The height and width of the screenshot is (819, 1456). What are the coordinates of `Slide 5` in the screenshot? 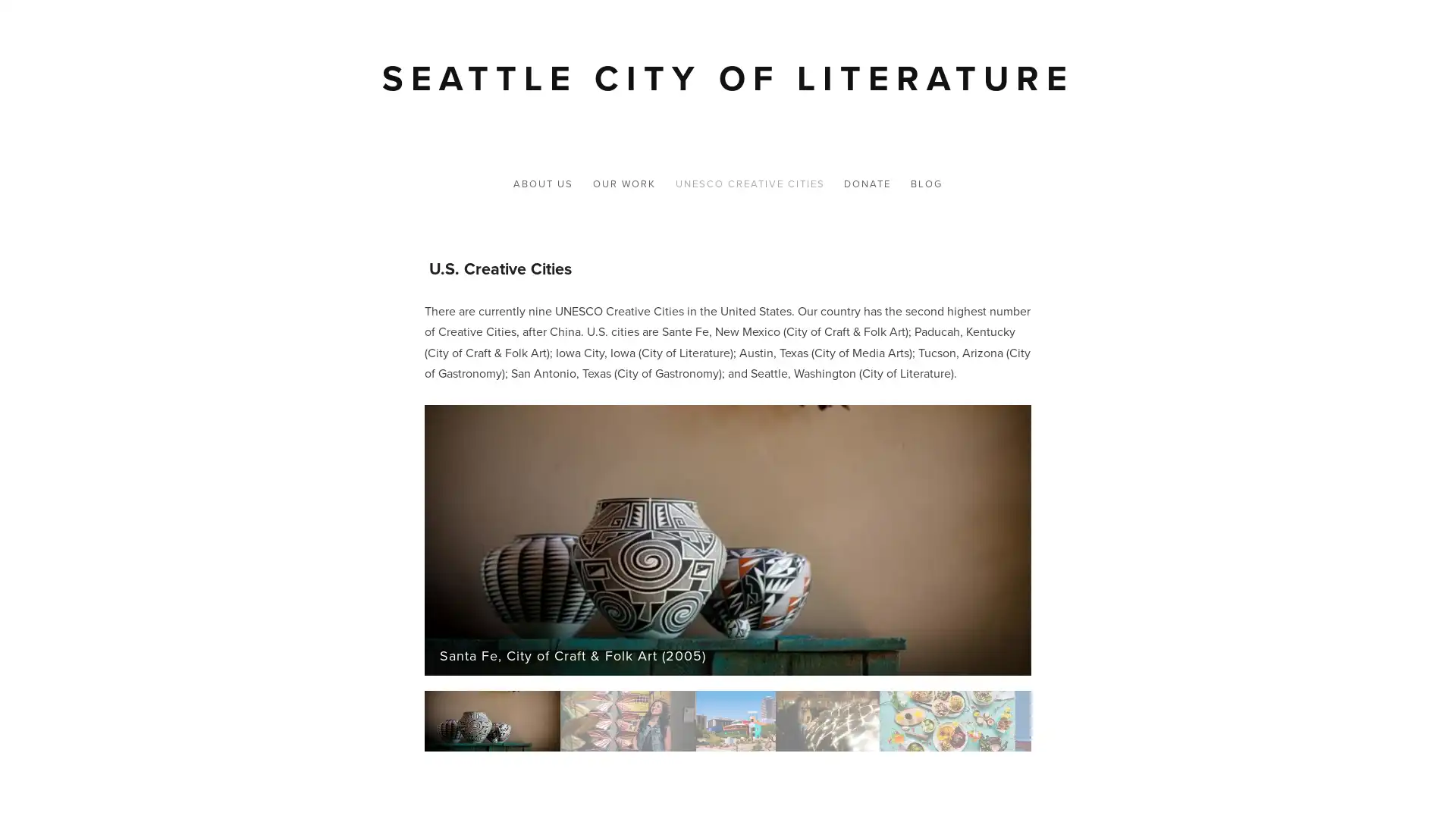 It's located at (938, 720).